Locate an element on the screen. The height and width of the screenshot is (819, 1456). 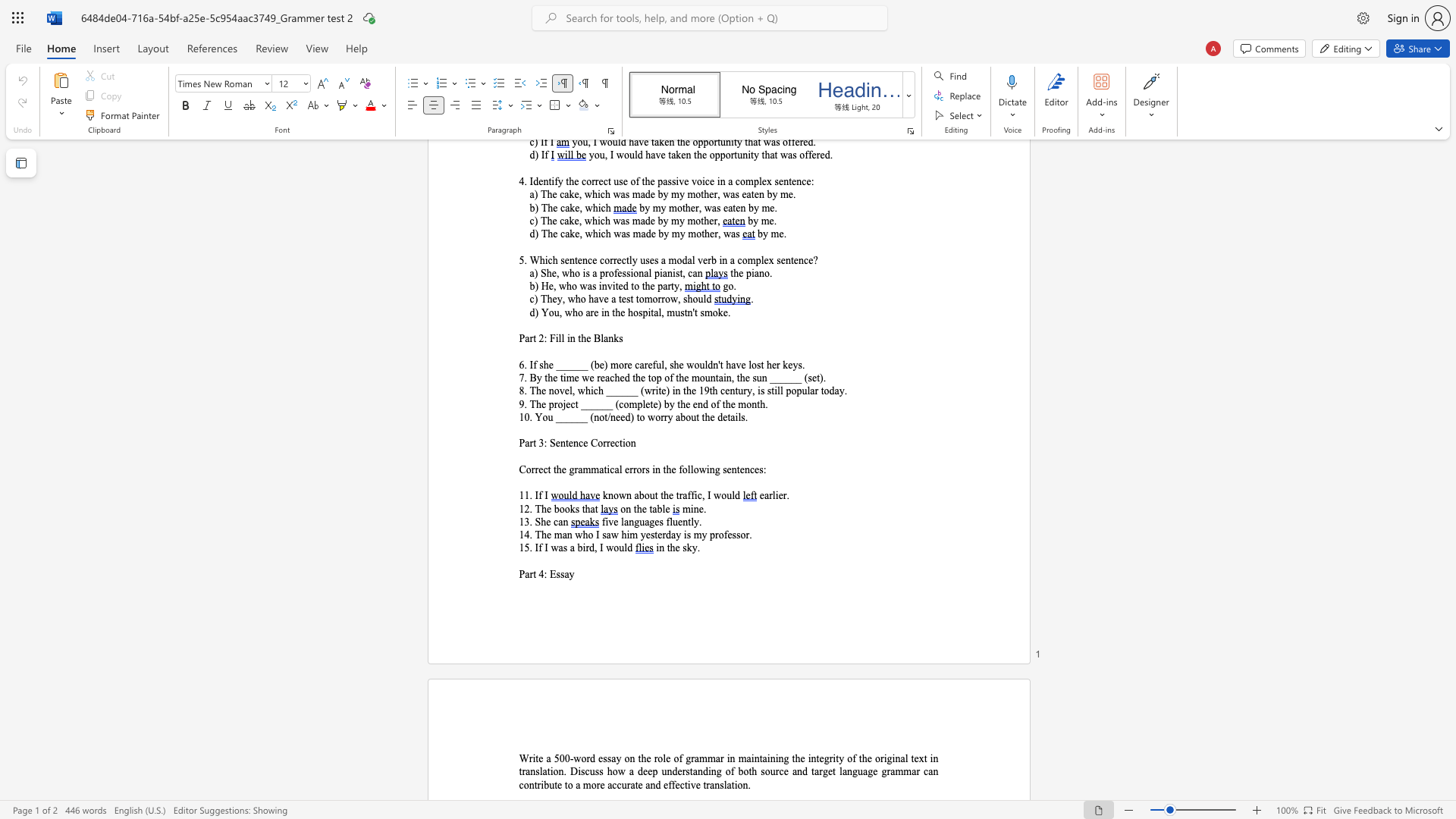
the subset text "Part 4: Essay" within the text "Part 4: Essay" is located at coordinates (519, 574).